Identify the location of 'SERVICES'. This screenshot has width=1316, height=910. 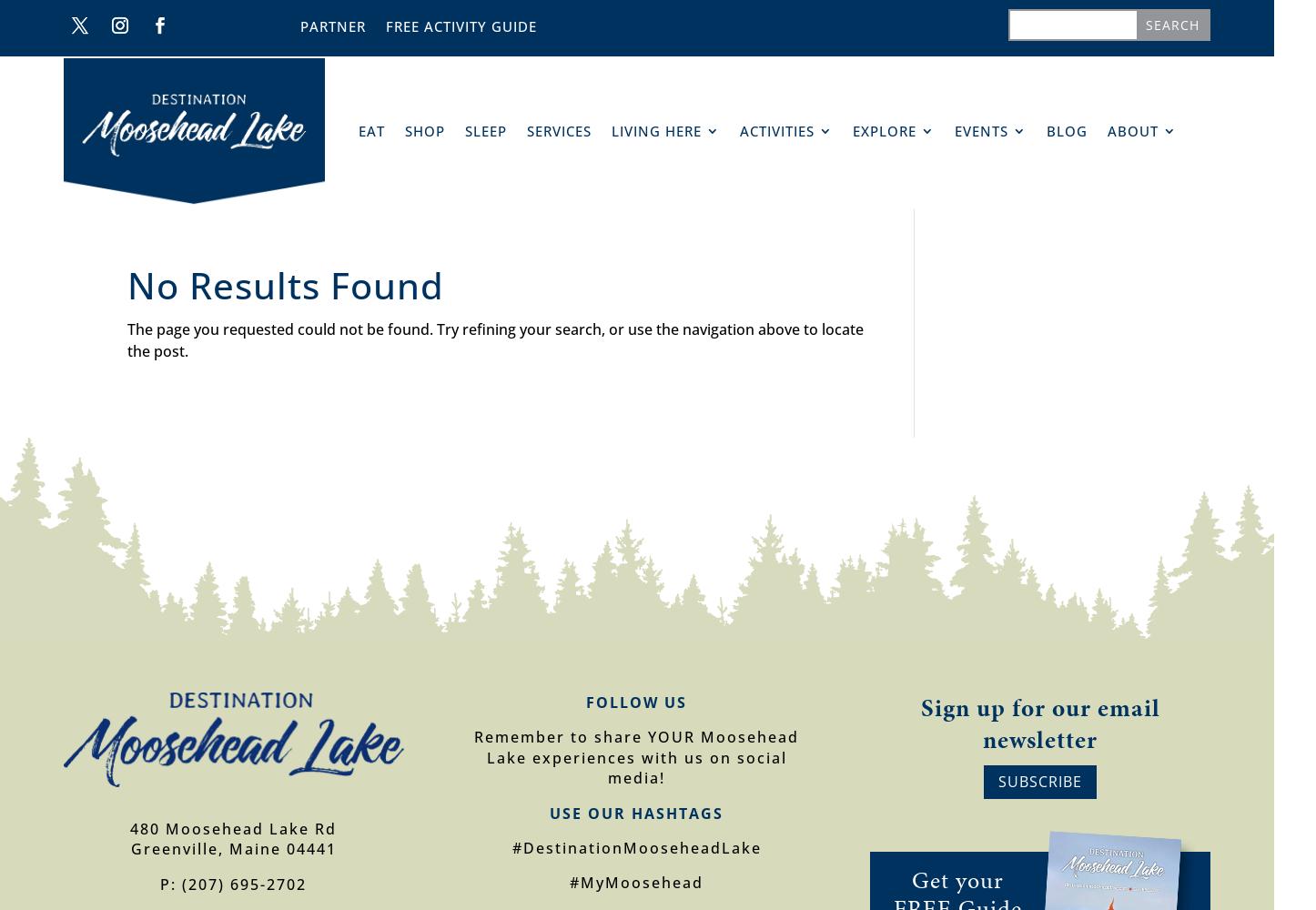
(559, 131).